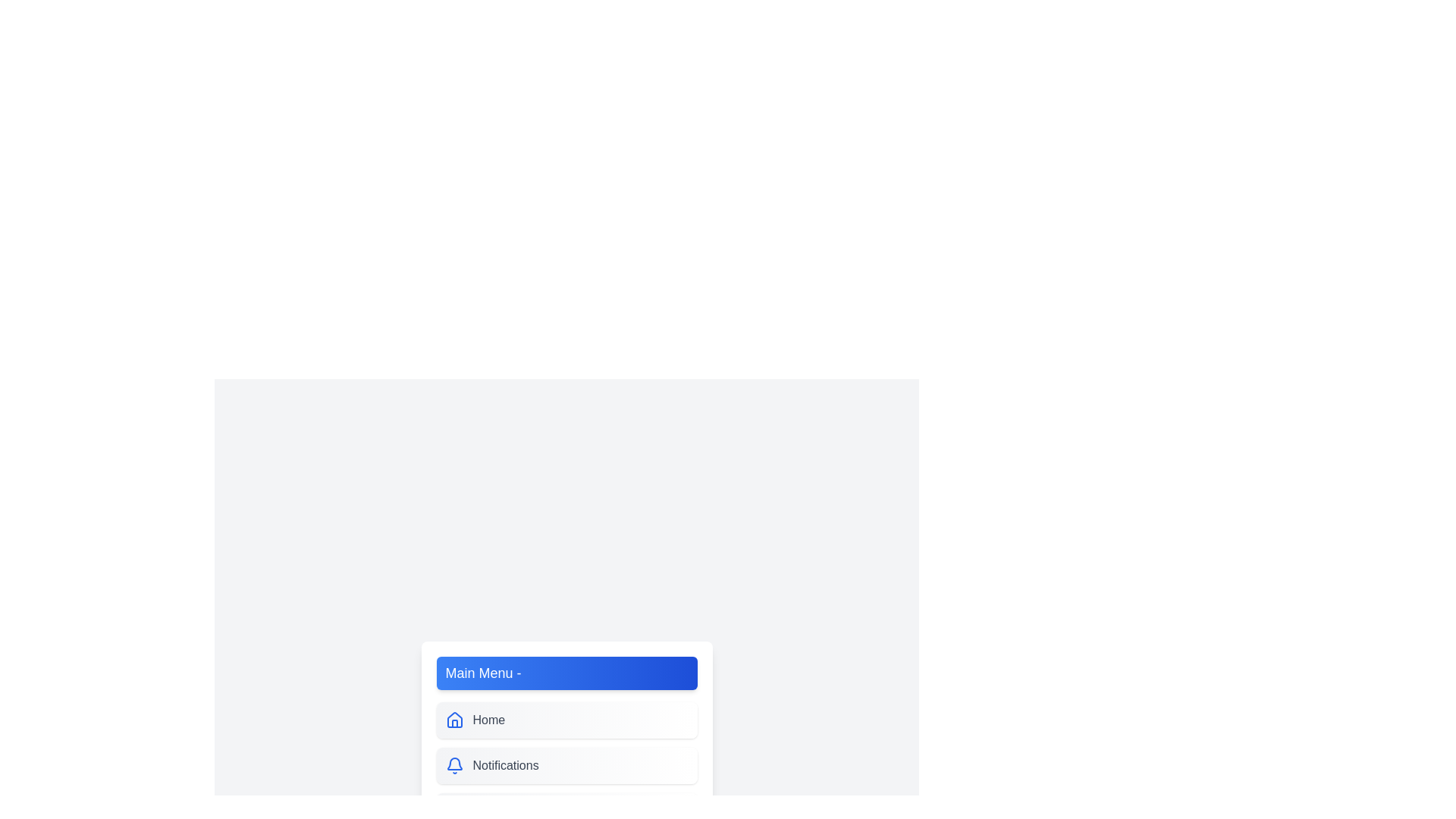 The image size is (1456, 819). Describe the element at coordinates (566, 672) in the screenshot. I see `the main menu button to toggle the menu visibility` at that location.